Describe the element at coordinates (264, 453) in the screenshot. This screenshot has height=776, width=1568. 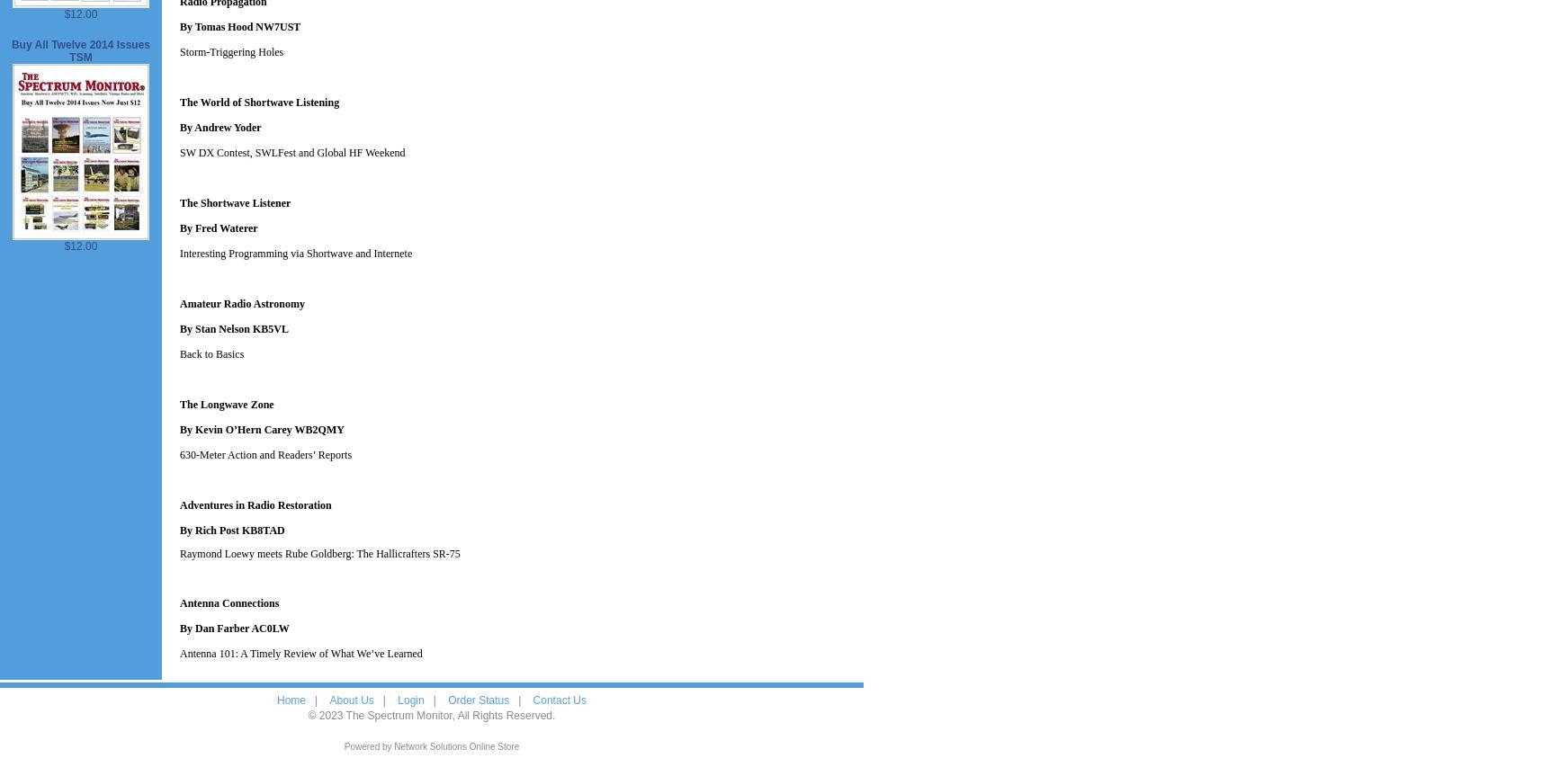
I see `'630-Meter
Action and Readers’ Reports'` at that location.